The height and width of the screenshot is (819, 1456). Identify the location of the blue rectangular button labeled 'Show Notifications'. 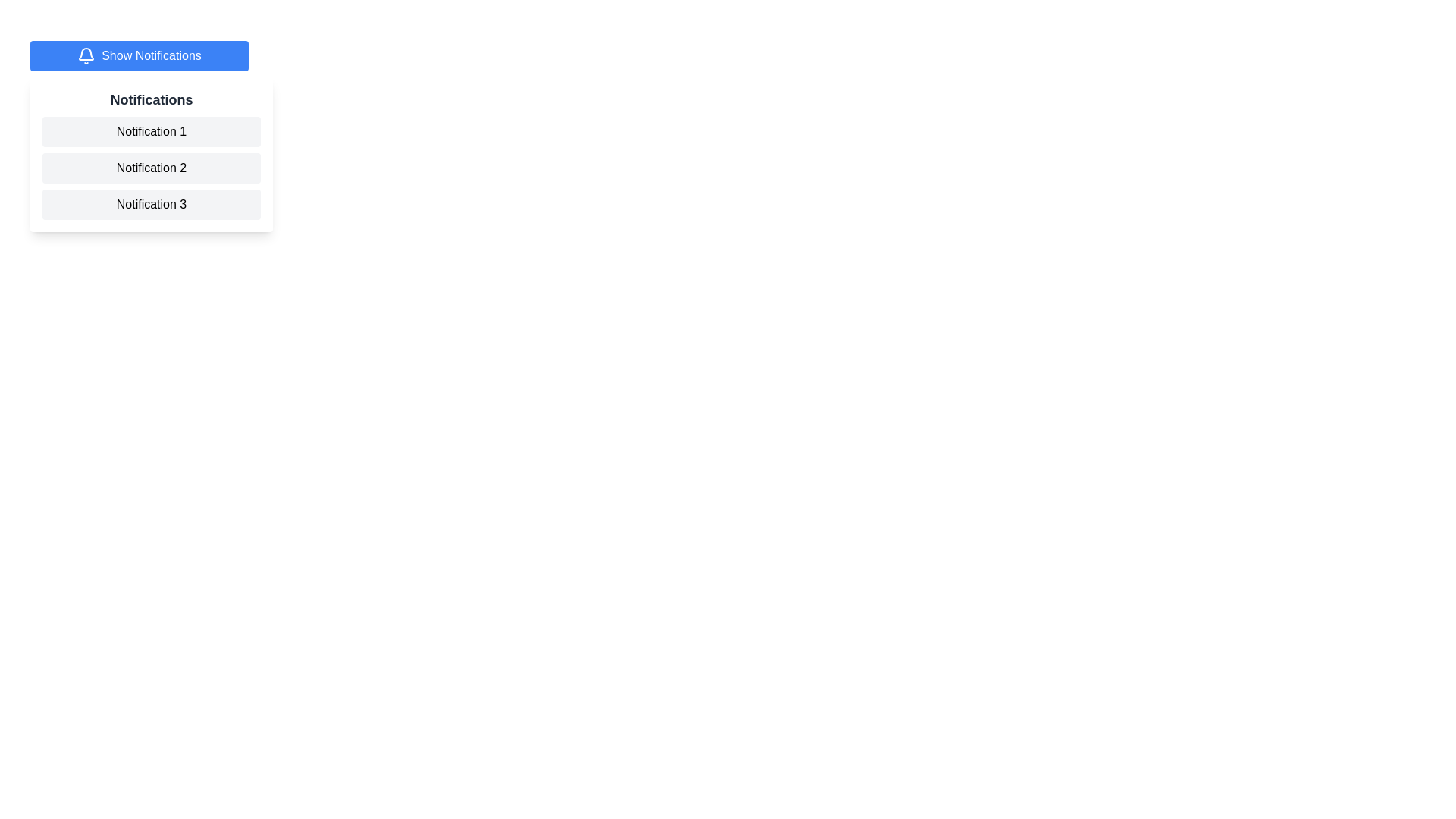
(139, 55).